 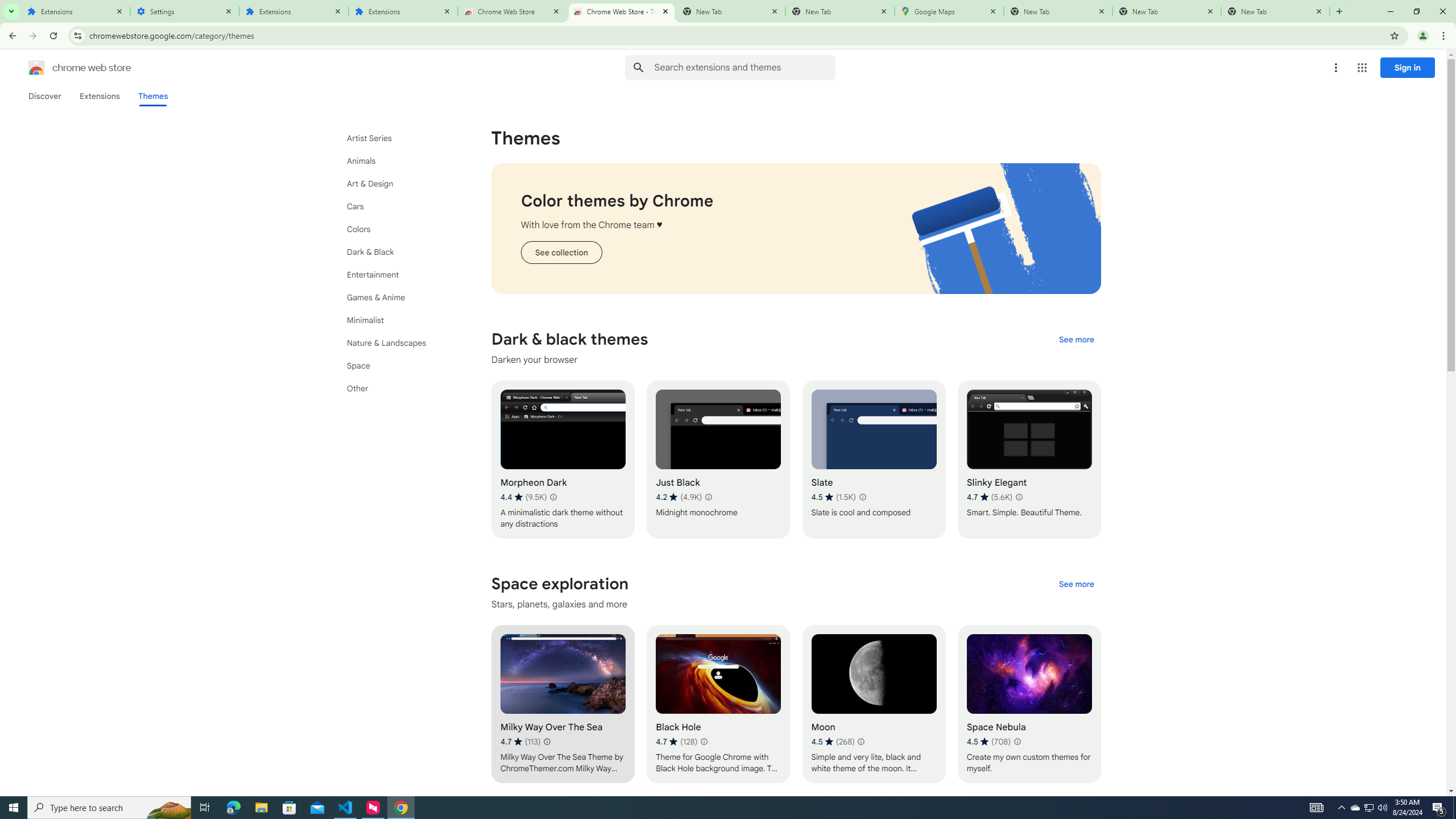 I want to click on 'See more of the "Dark & black themes" collection', so click(x=1076, y=338).